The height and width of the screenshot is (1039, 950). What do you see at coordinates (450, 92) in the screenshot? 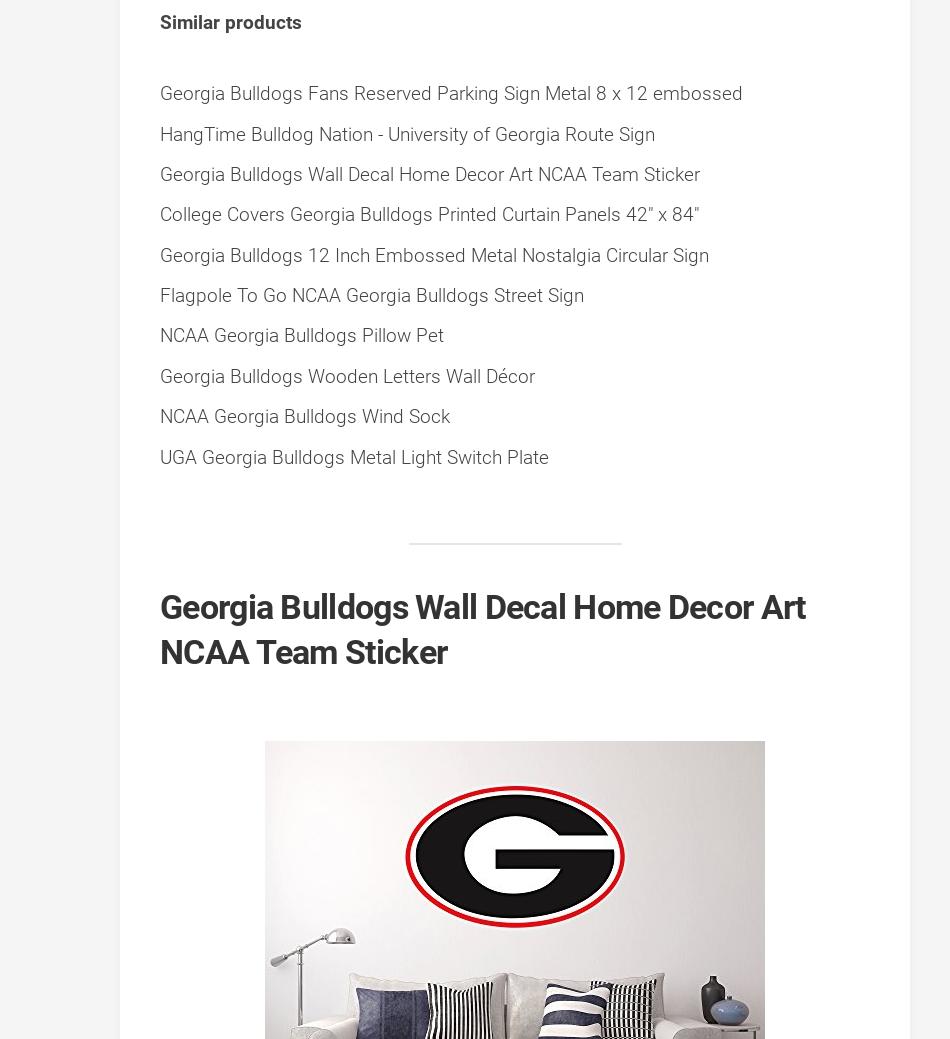
I see `'Georgia Bulldogs Fans Reserved Parking Sign Metal 8 x 12 embossed'` at bounding box center [450, 92].